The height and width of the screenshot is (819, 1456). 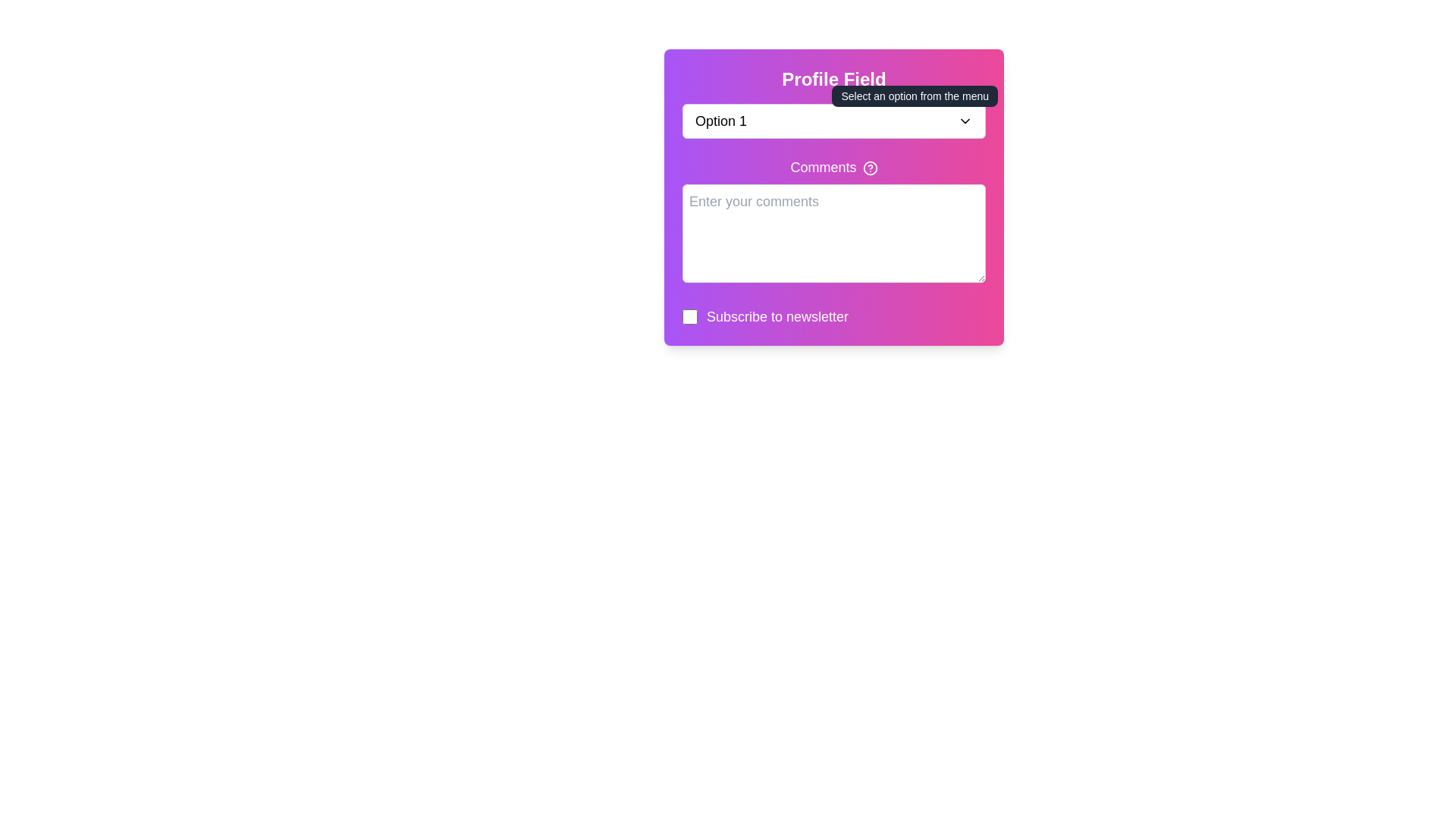 What do you see at coordinates (689, 315) in the screenshot?
I see `the checkbox` at bounding box center [689, 315].